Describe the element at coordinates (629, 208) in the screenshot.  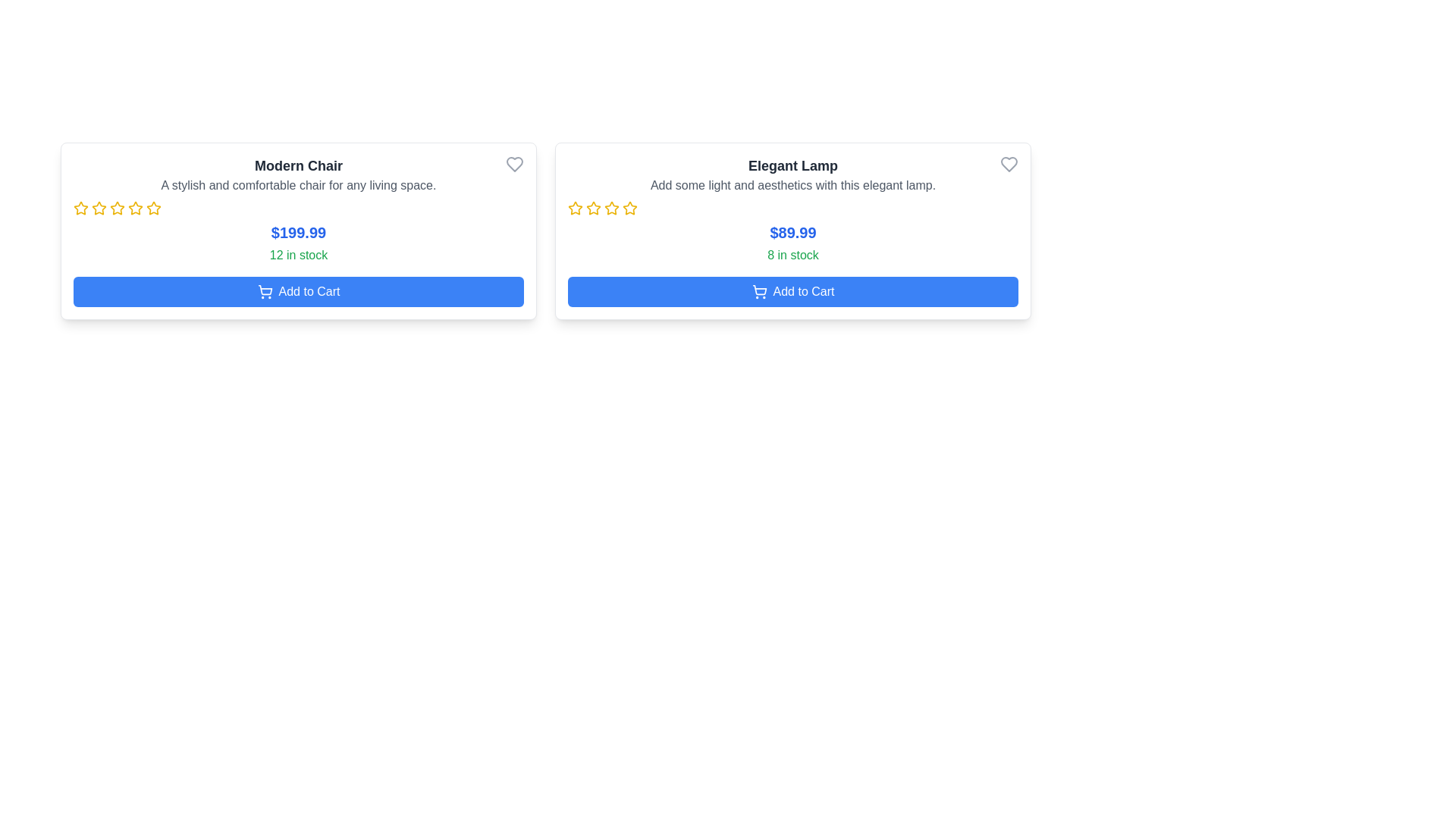
I see `the fourth rating star in the rating section of the 'Elegant Lamp' product card` at that location.